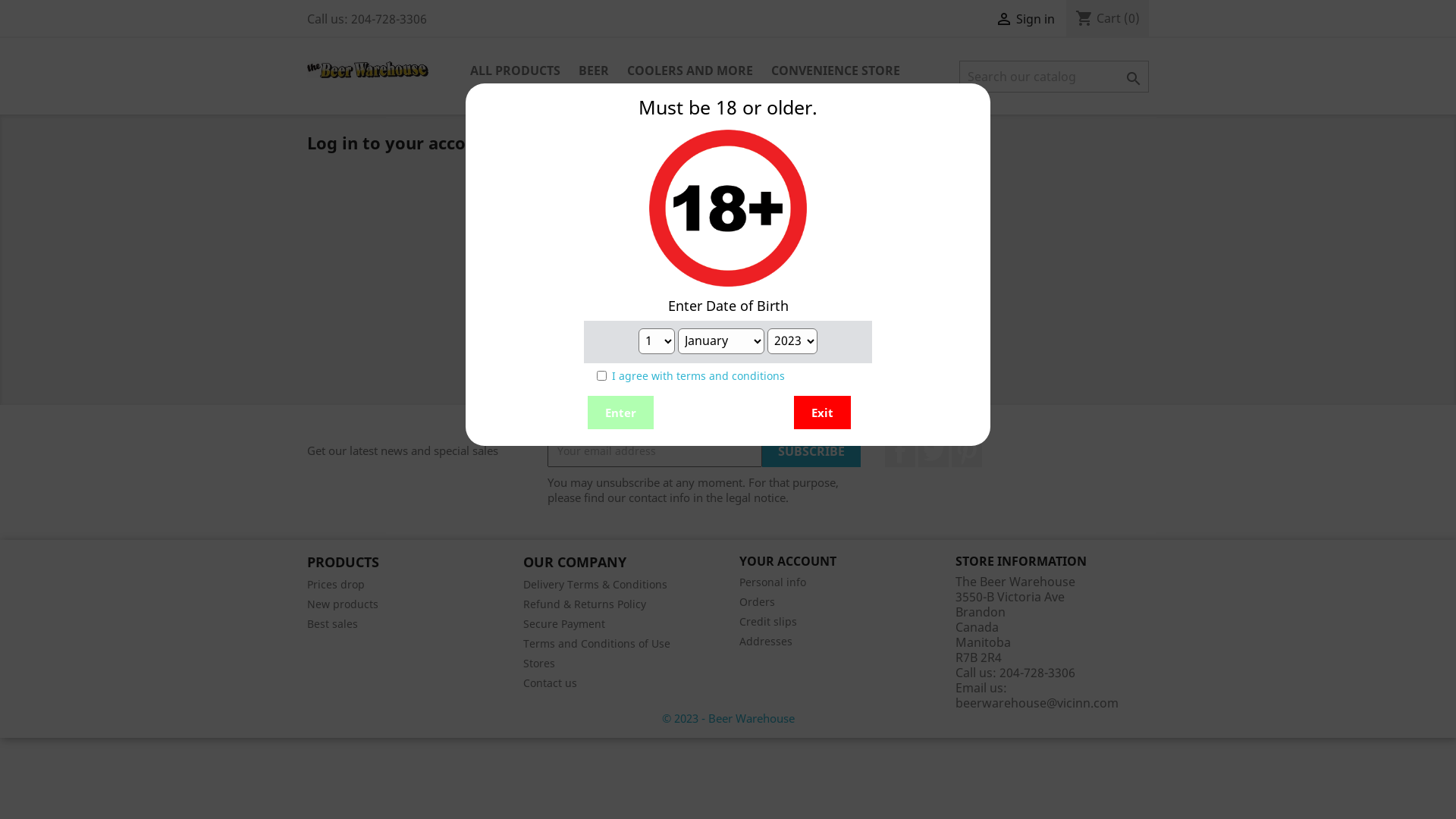 This screenshot has height=819, width=1456. I want to click on 'Terms and Conditions of Use', so click(596, 643).